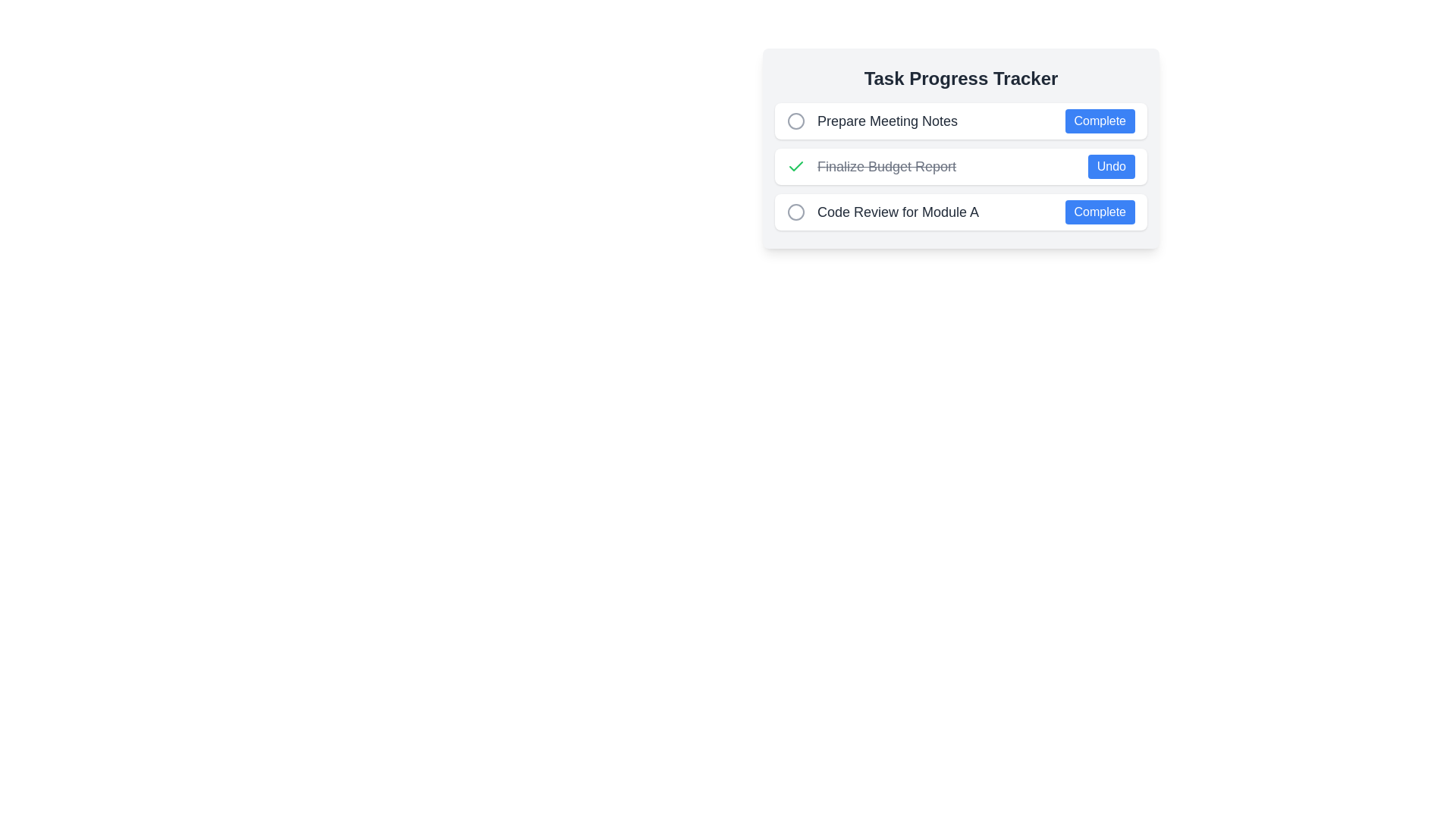 This screenshot has width=1456, height=819. Describe the element at coordinates (1100, 120) in the screenshot. I see `the 'Complete' button with a blue background and white text located at the far right of the 'Prepare Meeting Notes' row` at that location.